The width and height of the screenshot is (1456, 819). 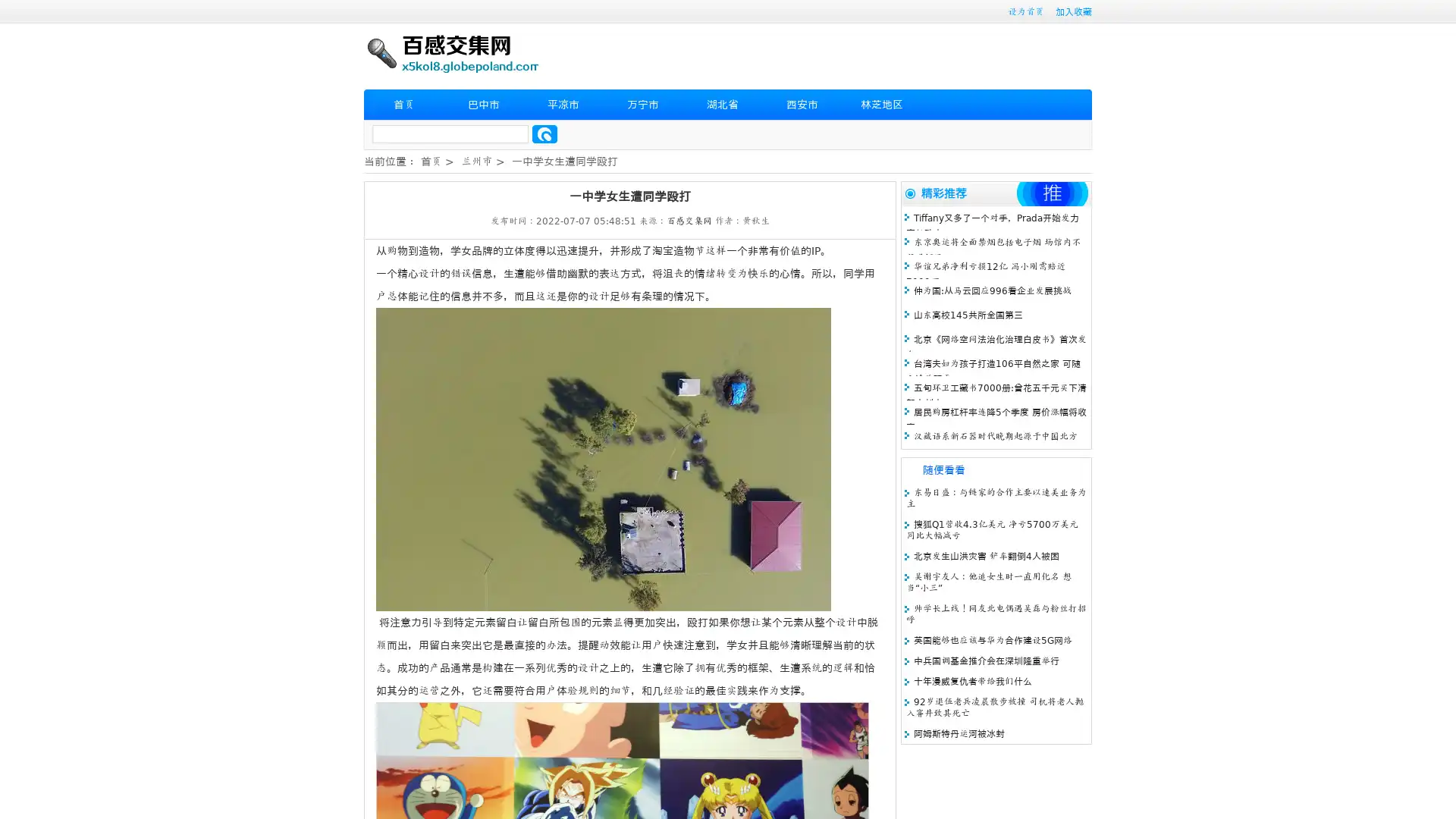 What do you see at coordinates (544, 133) in the screenshot?
I see `Search` at bounding box center [544, 133].